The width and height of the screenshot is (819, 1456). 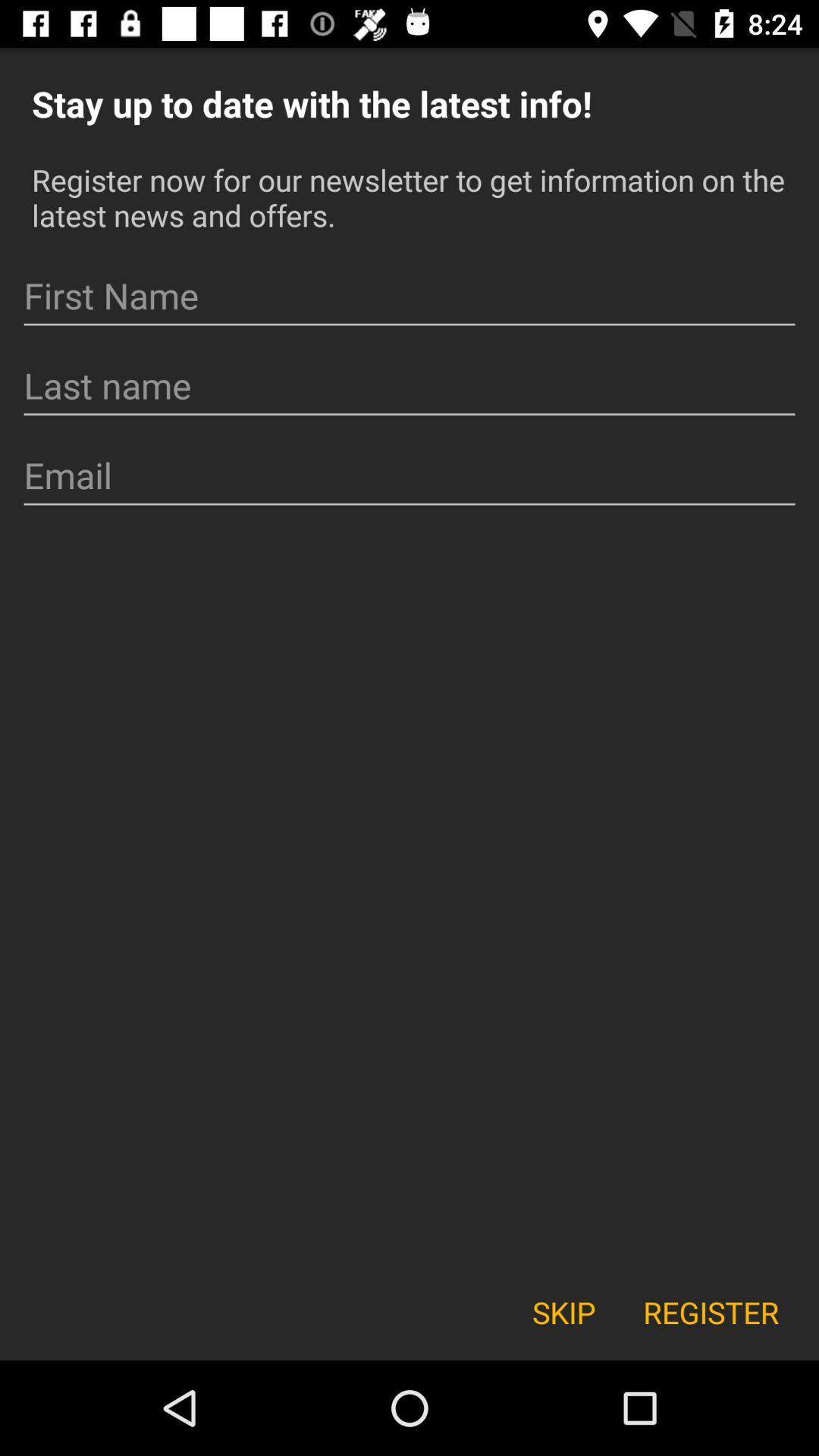 What do you see at coordinates (409, 475) in the screenshot?
I see `icon above skip icon` at bounding box center [409, 475].